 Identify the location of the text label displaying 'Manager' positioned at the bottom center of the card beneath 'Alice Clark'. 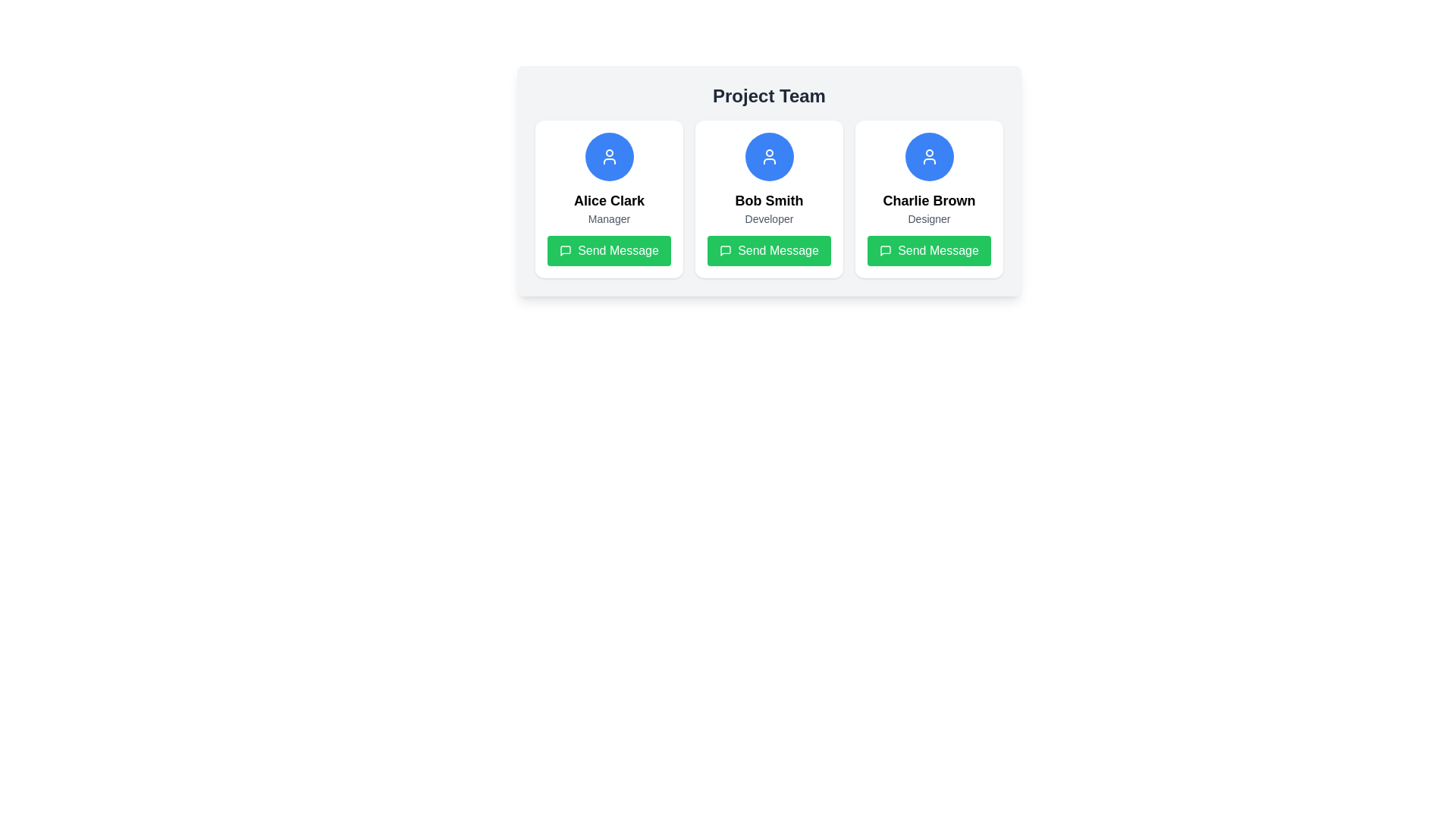
(609, 219).